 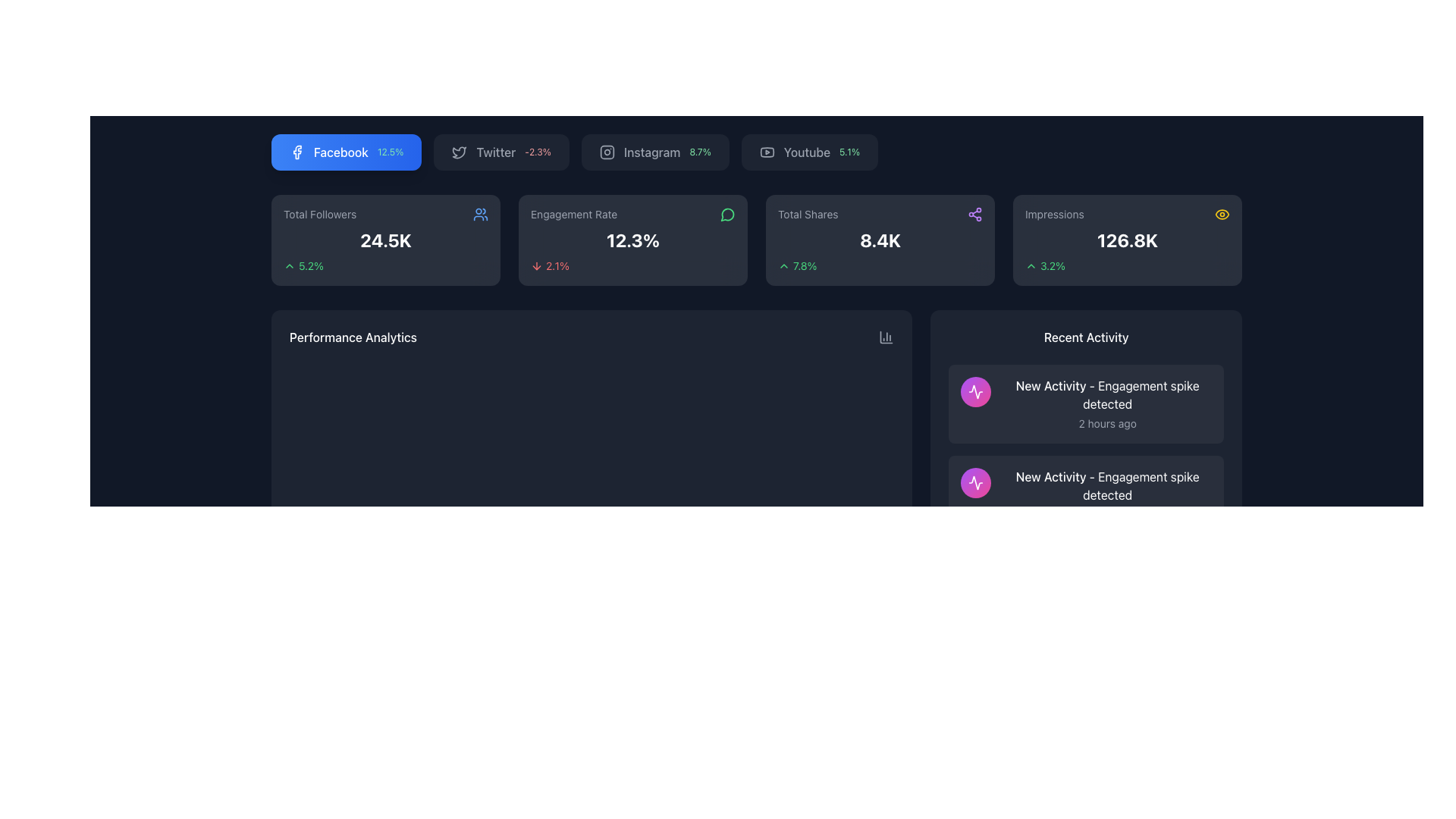 What do you see at coordinates (297, 152) in the screenshot?
I see `the Facebook logo graphical icon, which is an outlined icon with no fill and a thin stroke width, located within the Facebook button near the top-left corner of the interface` at bounding box center [297, 152].